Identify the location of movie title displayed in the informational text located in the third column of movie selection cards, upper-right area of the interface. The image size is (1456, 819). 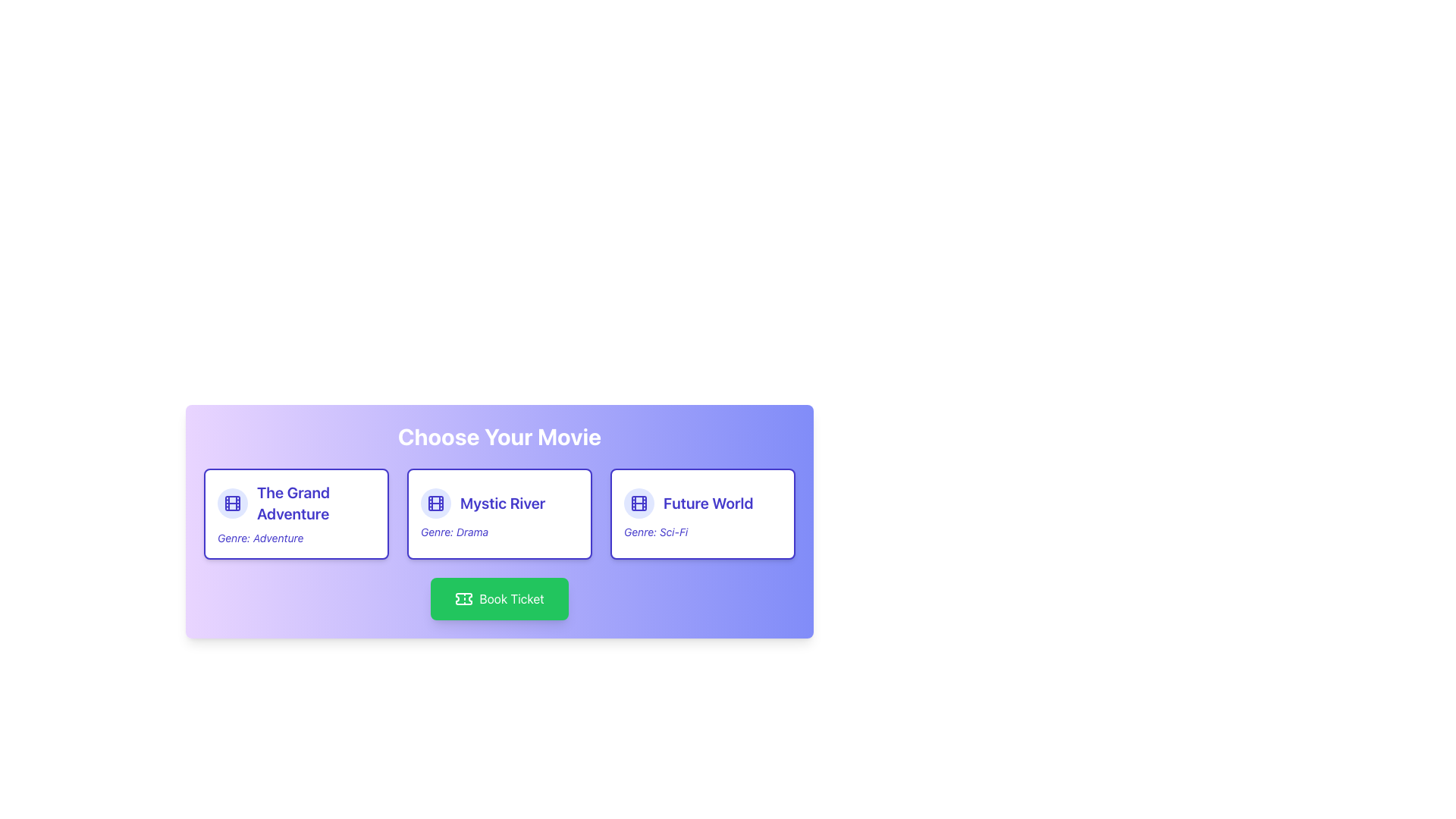
(701, 503).